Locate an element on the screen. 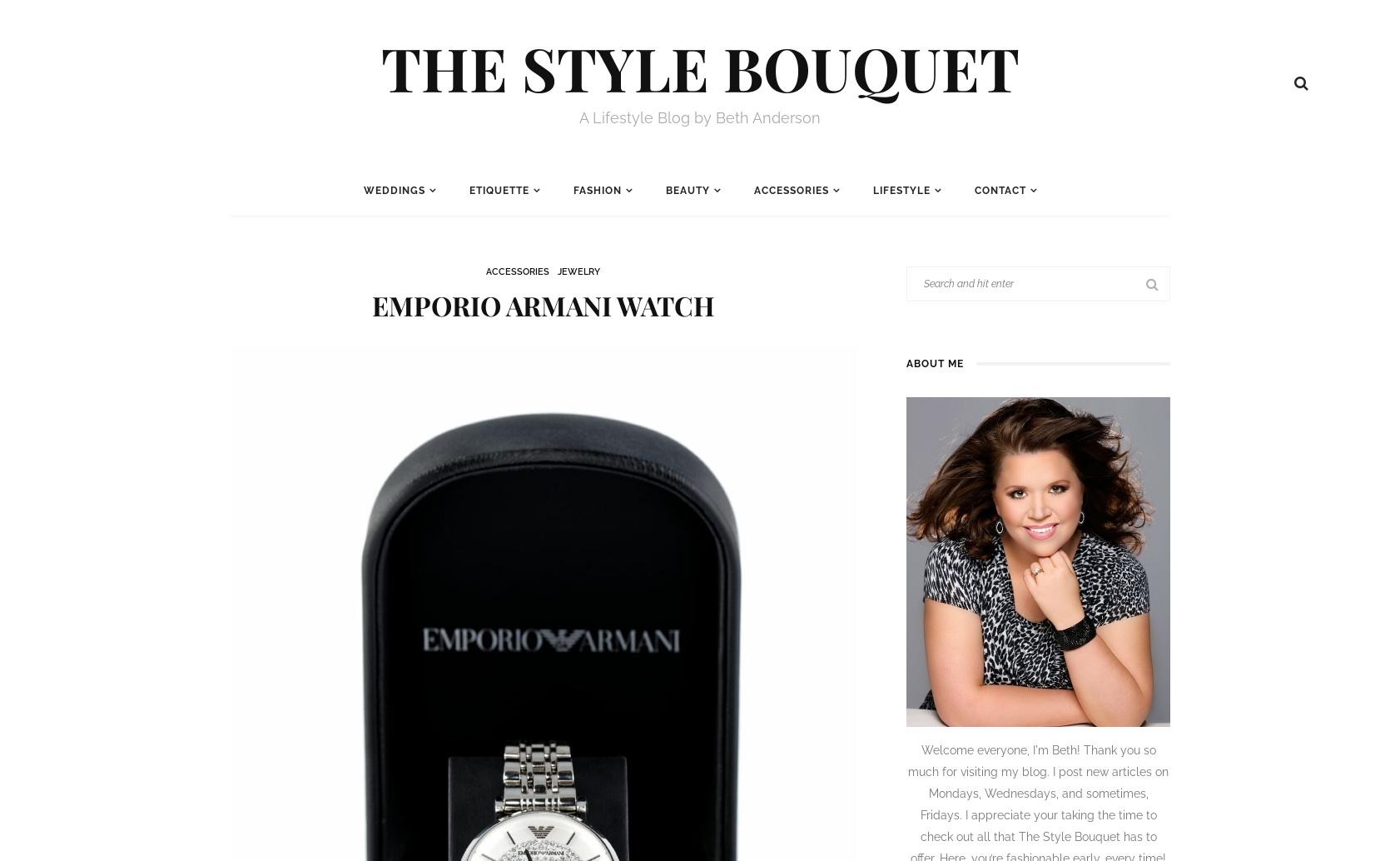  'Skincare' is located at coordinates (697, 245).